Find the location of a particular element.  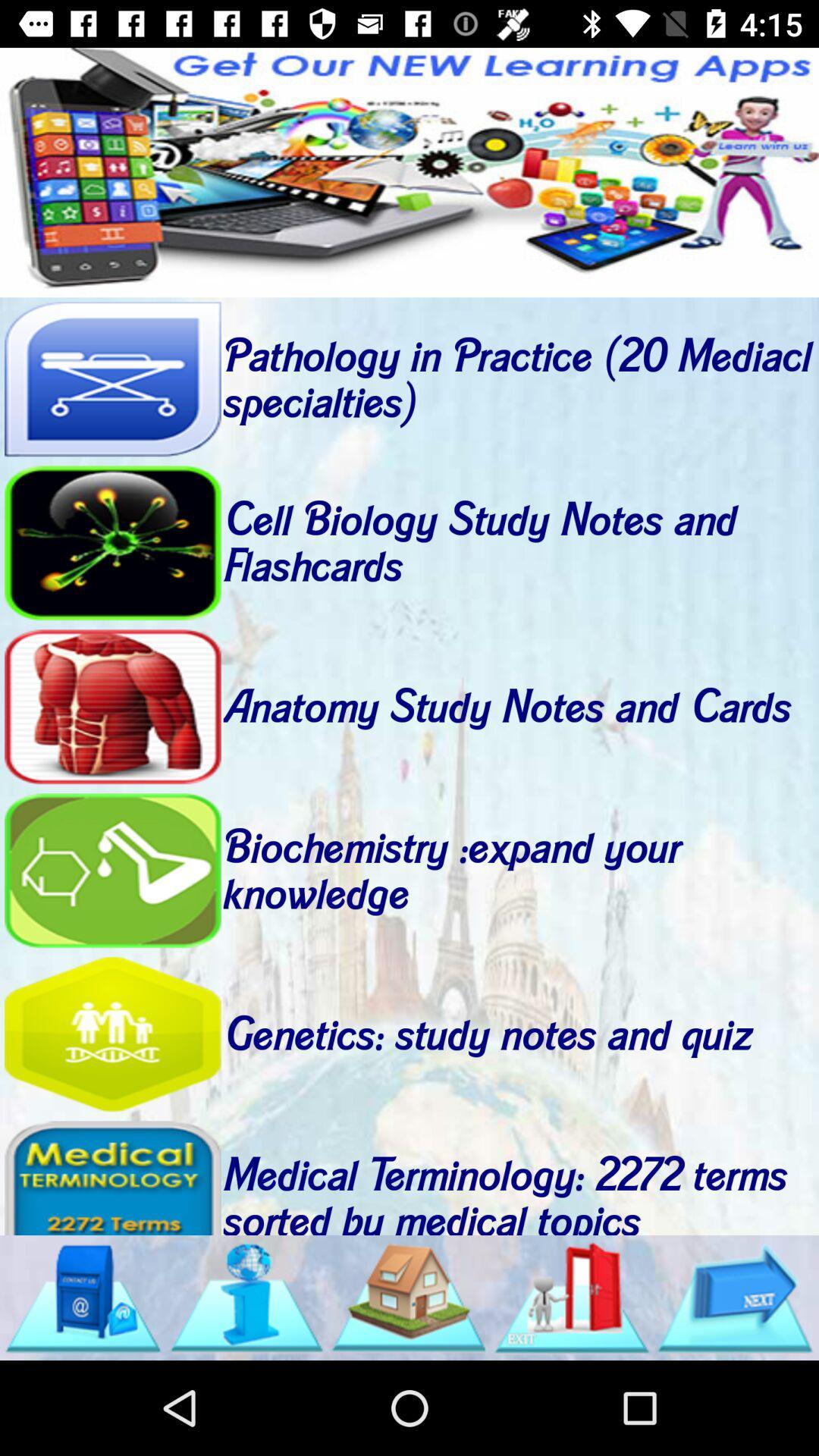

next is located at coordinates (734, 1297).